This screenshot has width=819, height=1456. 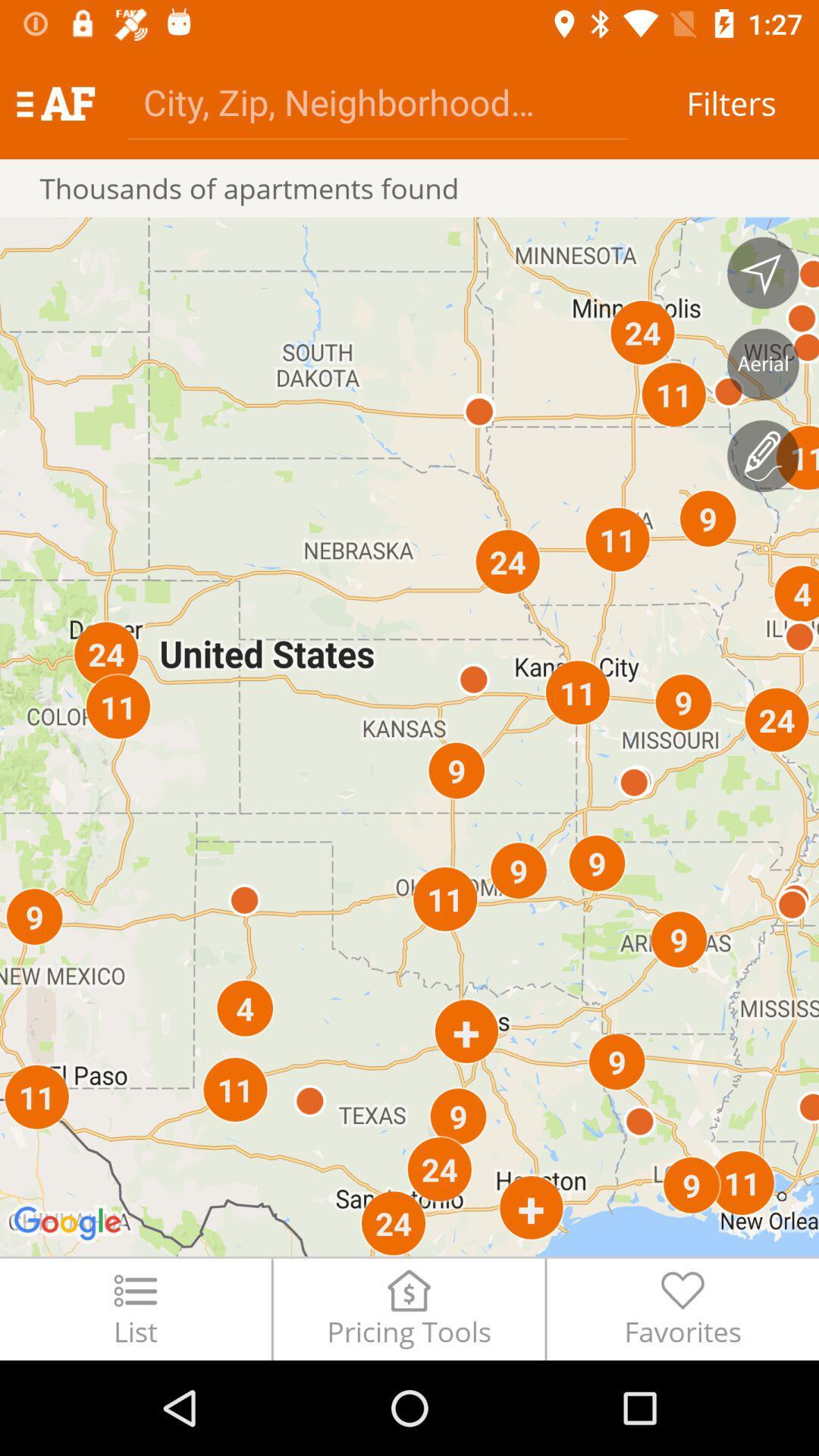 What do you see at coordinates (134, 1308) in the screenshot?
I see `item next to pricing tools icon` at bounding box center [134, 1308].